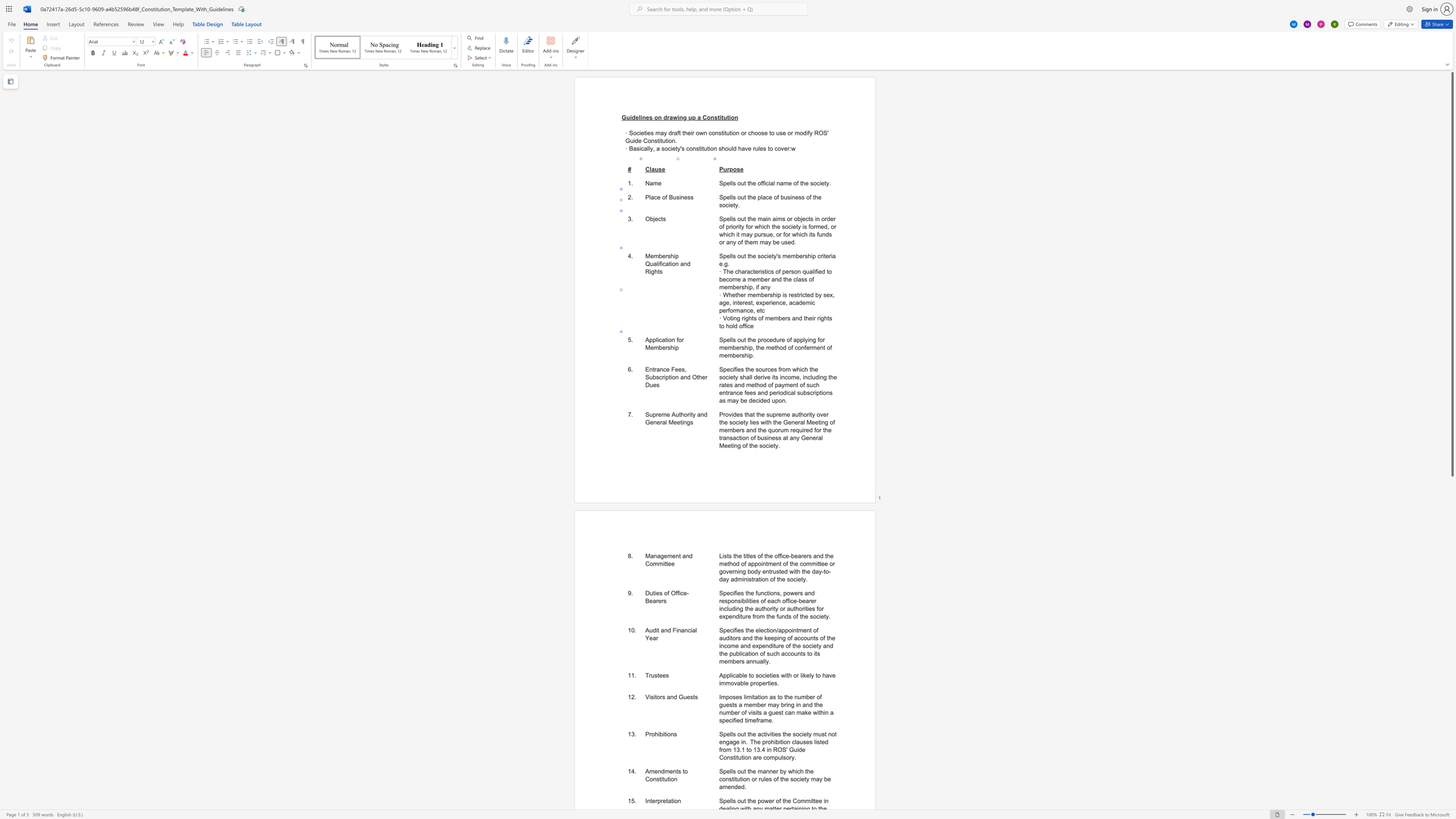 This screenshot has height=819, width=1456. I want to click on the space between the continuous character "t" and "e" in the text, so click(825, 255).